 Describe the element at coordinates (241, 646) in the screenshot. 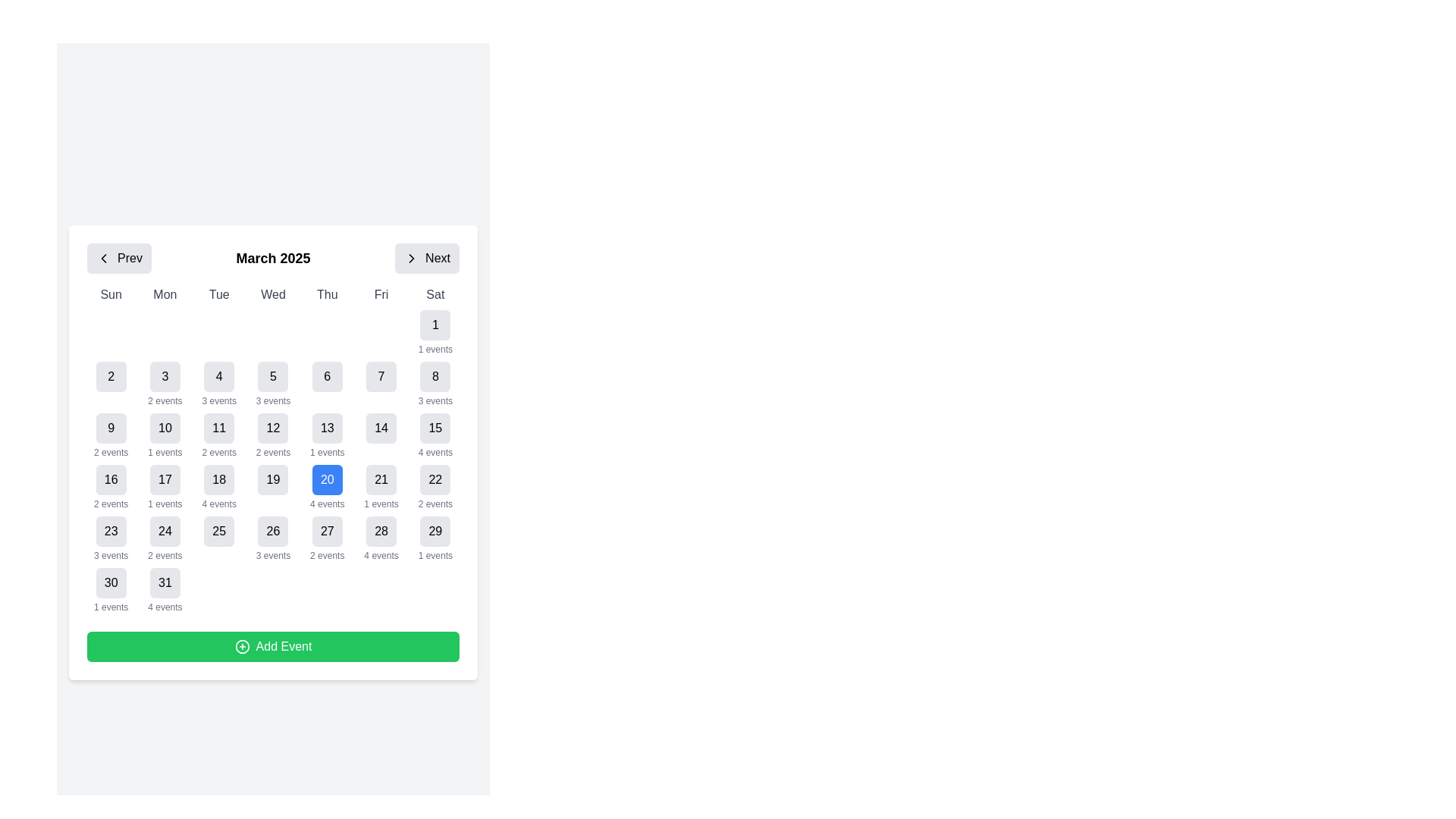

I see `the Circular SVG graphical element that is part of the 'Add Event' button` at that location.